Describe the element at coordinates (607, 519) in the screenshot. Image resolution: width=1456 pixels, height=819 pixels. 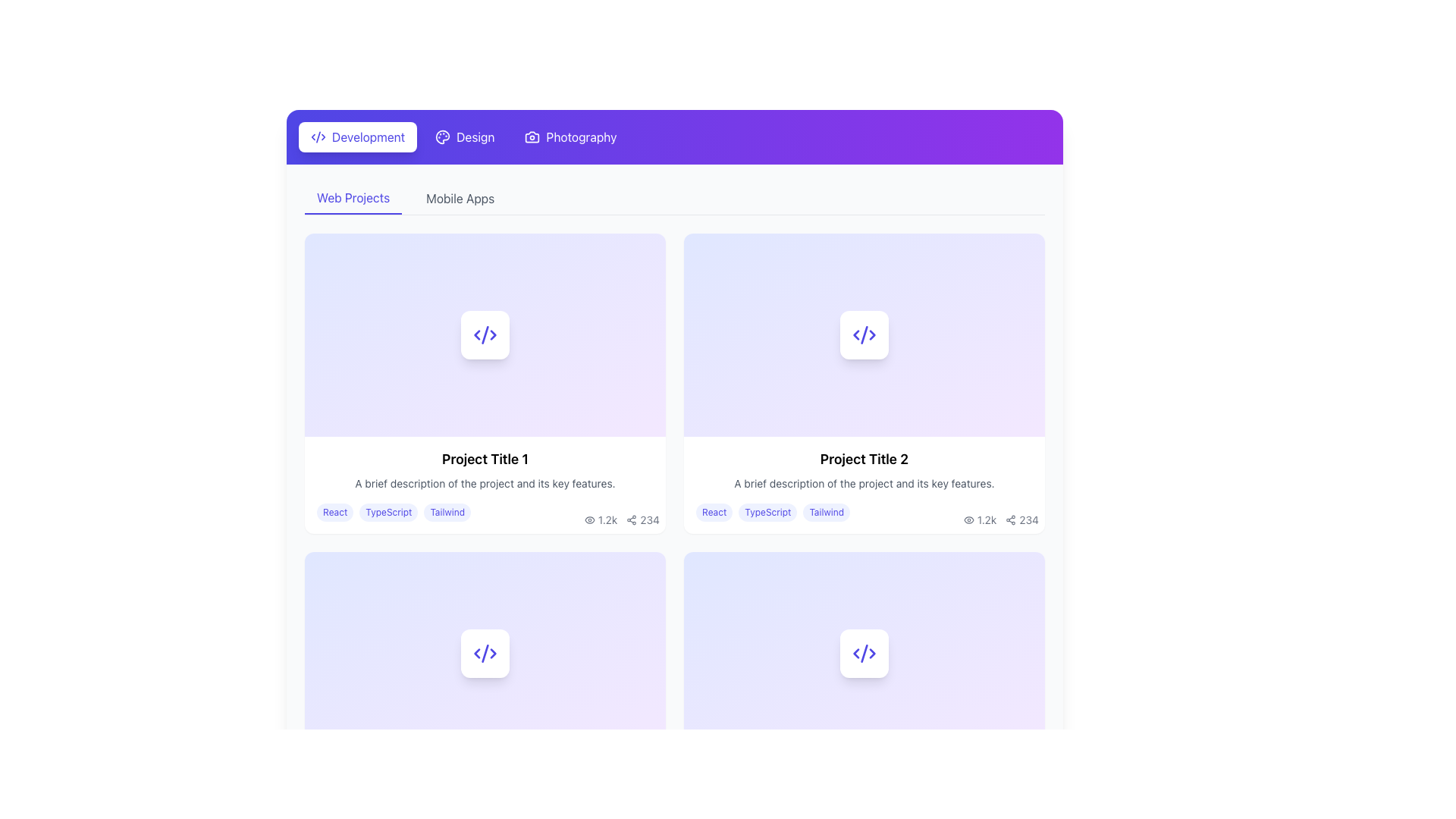
I see `numeric value displayed in gray, which follows an eye icon in the bottom-right corner of the card labeled 'Project Title 2'` at that location.